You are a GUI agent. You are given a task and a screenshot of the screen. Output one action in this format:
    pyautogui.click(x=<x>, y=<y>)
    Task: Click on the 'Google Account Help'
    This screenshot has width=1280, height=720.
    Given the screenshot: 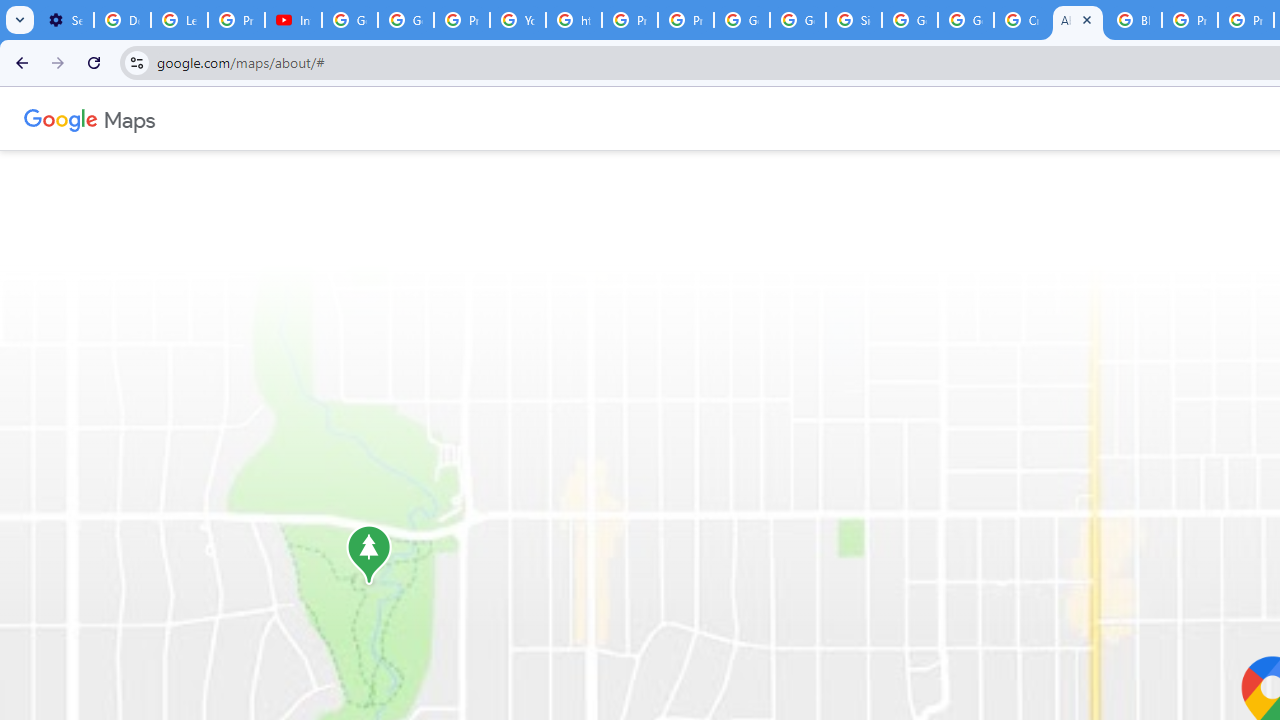 What is the action you would take?
    pyautogui.click(x=350, y=20)
    